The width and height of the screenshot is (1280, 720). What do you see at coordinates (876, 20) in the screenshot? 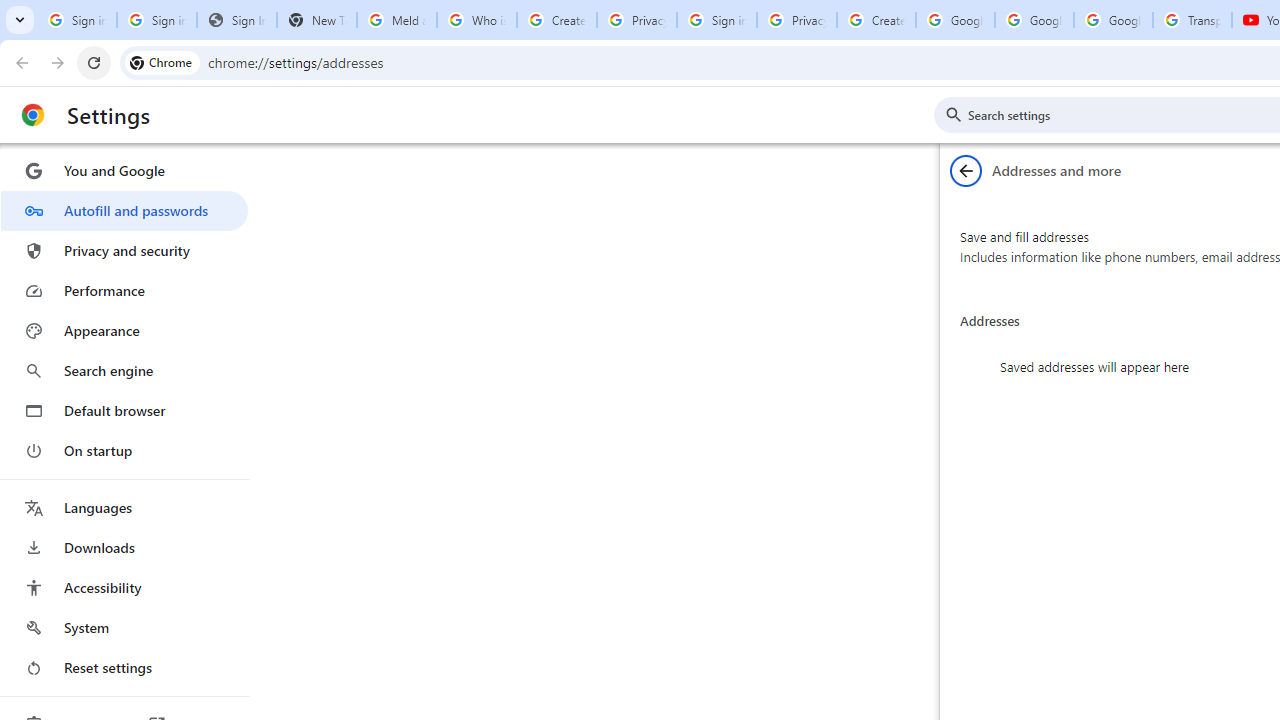
I see `'Create your Google Account'` at bounding box center [876, 20].